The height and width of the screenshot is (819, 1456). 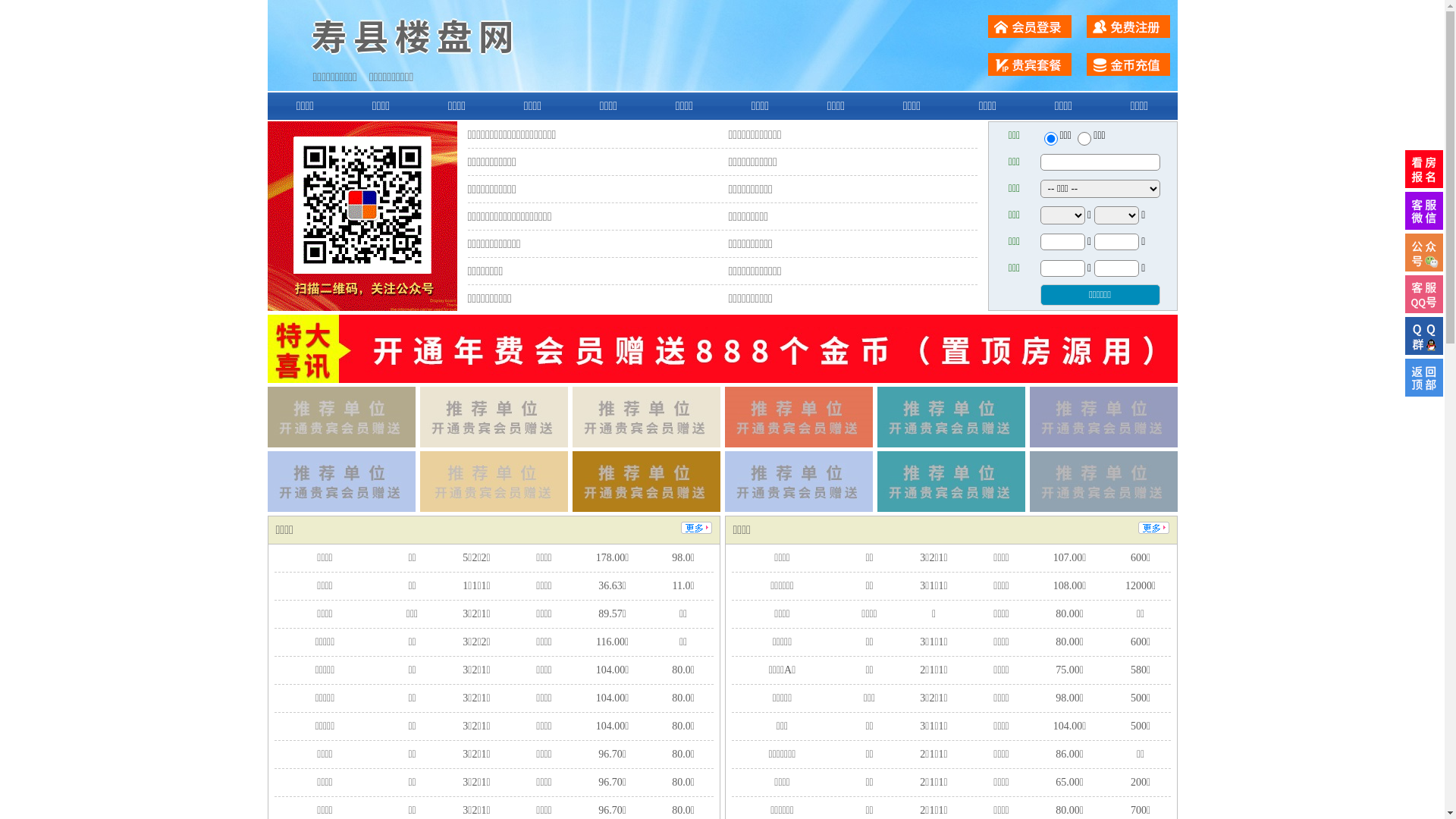 What do you see at coordinates (1084, 138) in the screenshot?
I see `'chuzu'` at bounding box center [1084, 138].